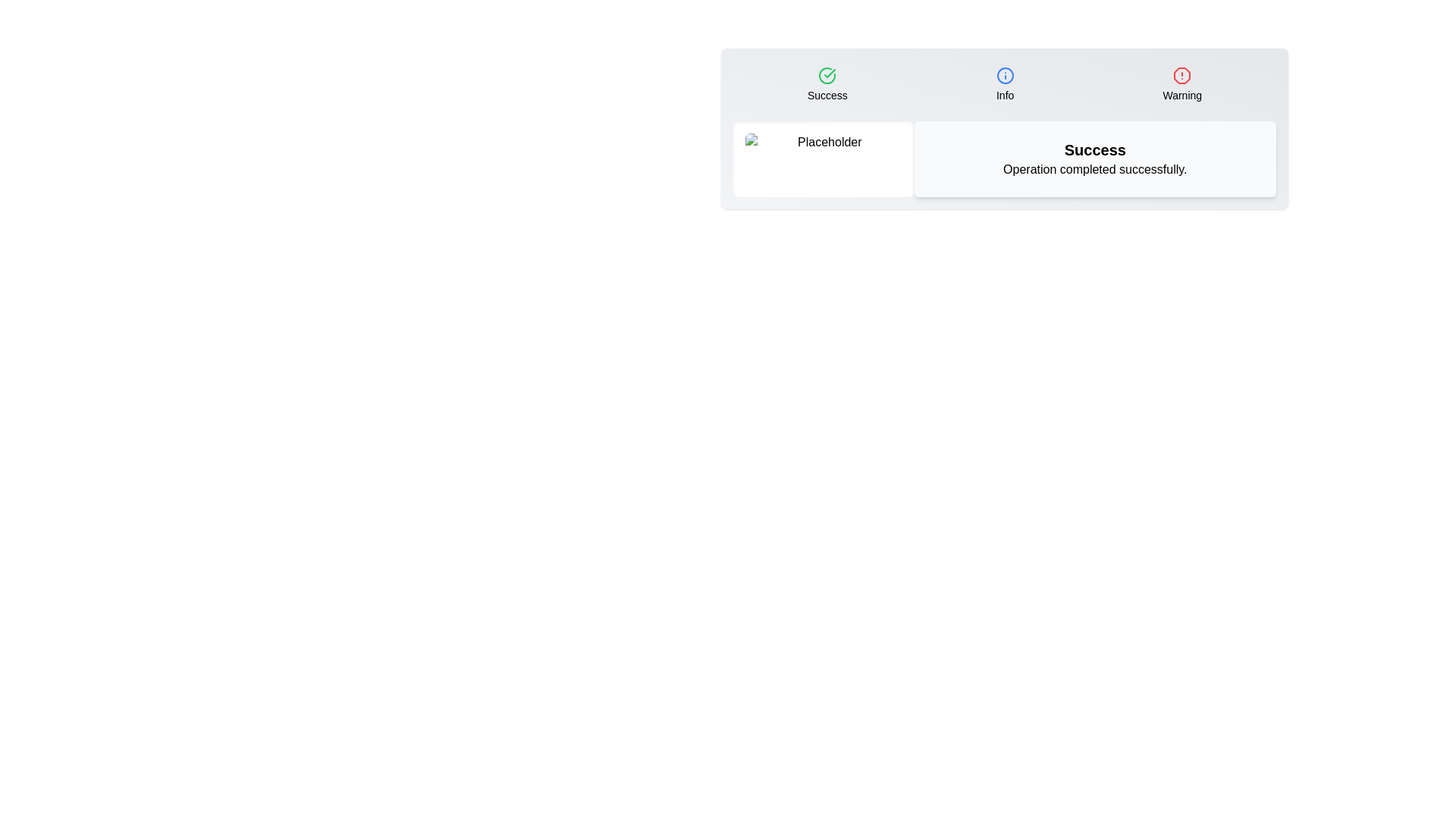 The width and height of the screenshot is (1456, 819). Describe the element at coordinates (827, 84) in the screenshot. I see `the tab labeled Success` at that location.